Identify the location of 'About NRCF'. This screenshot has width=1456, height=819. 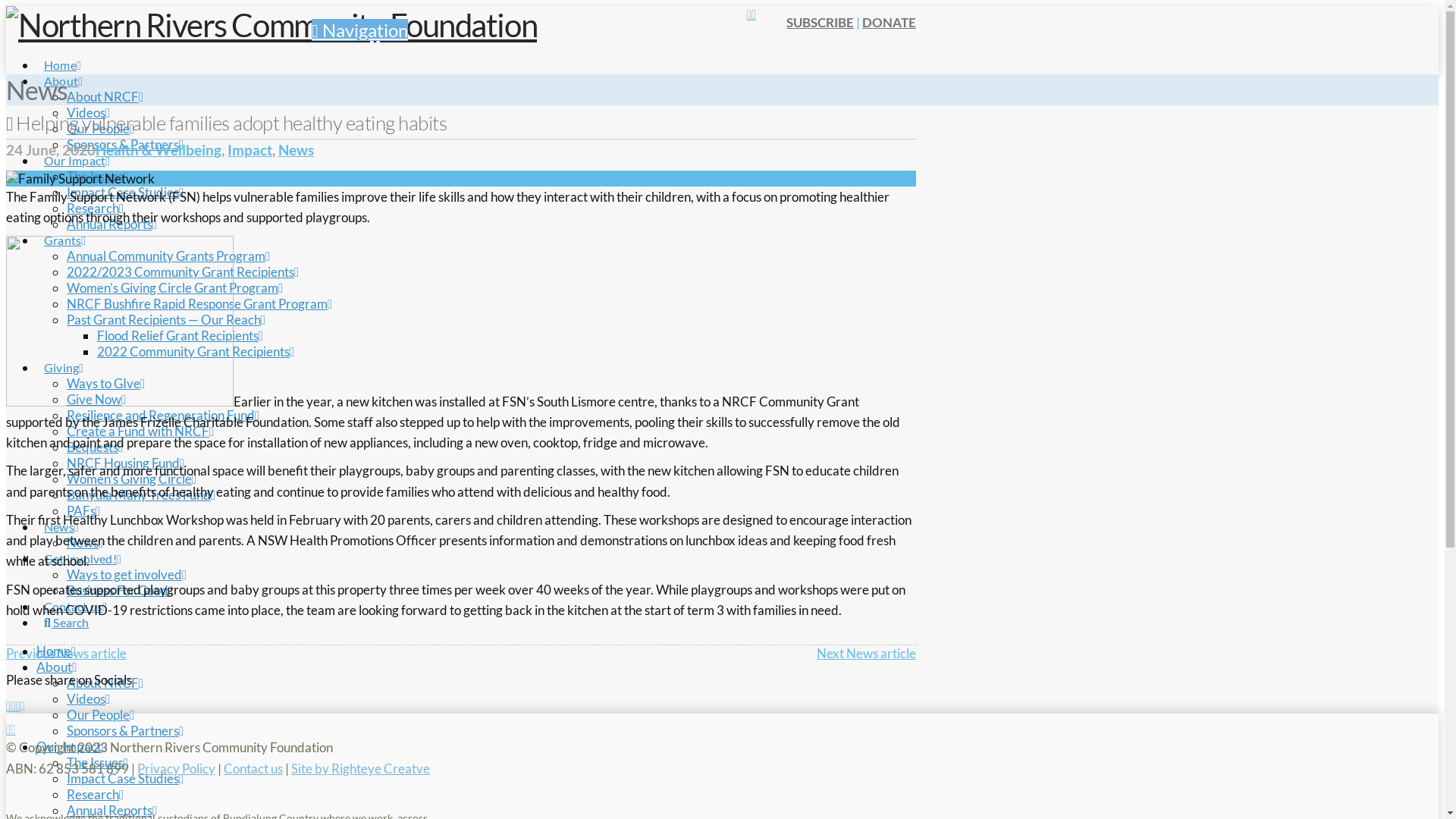
(104, 682).